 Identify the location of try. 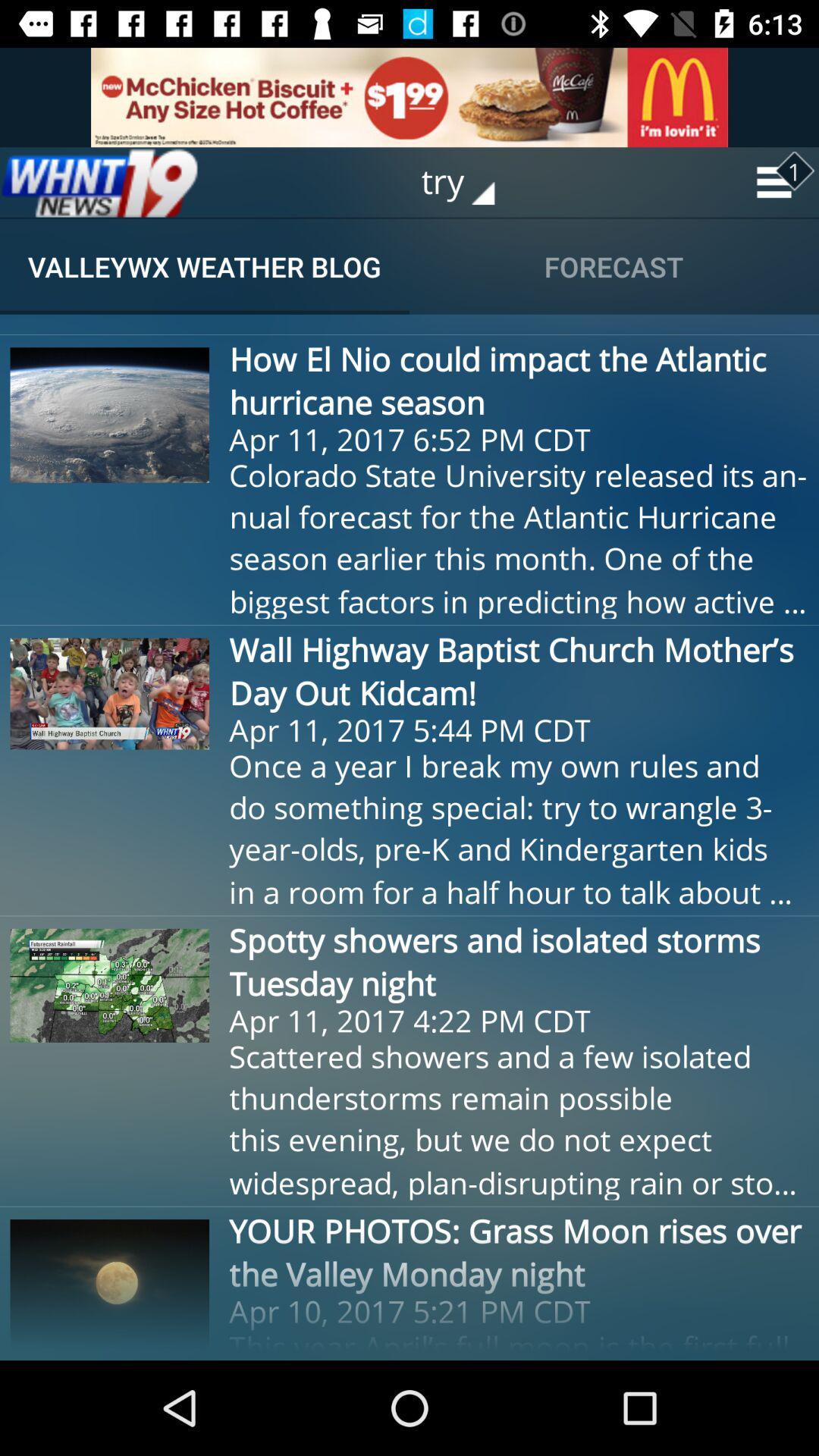
(468, 182).